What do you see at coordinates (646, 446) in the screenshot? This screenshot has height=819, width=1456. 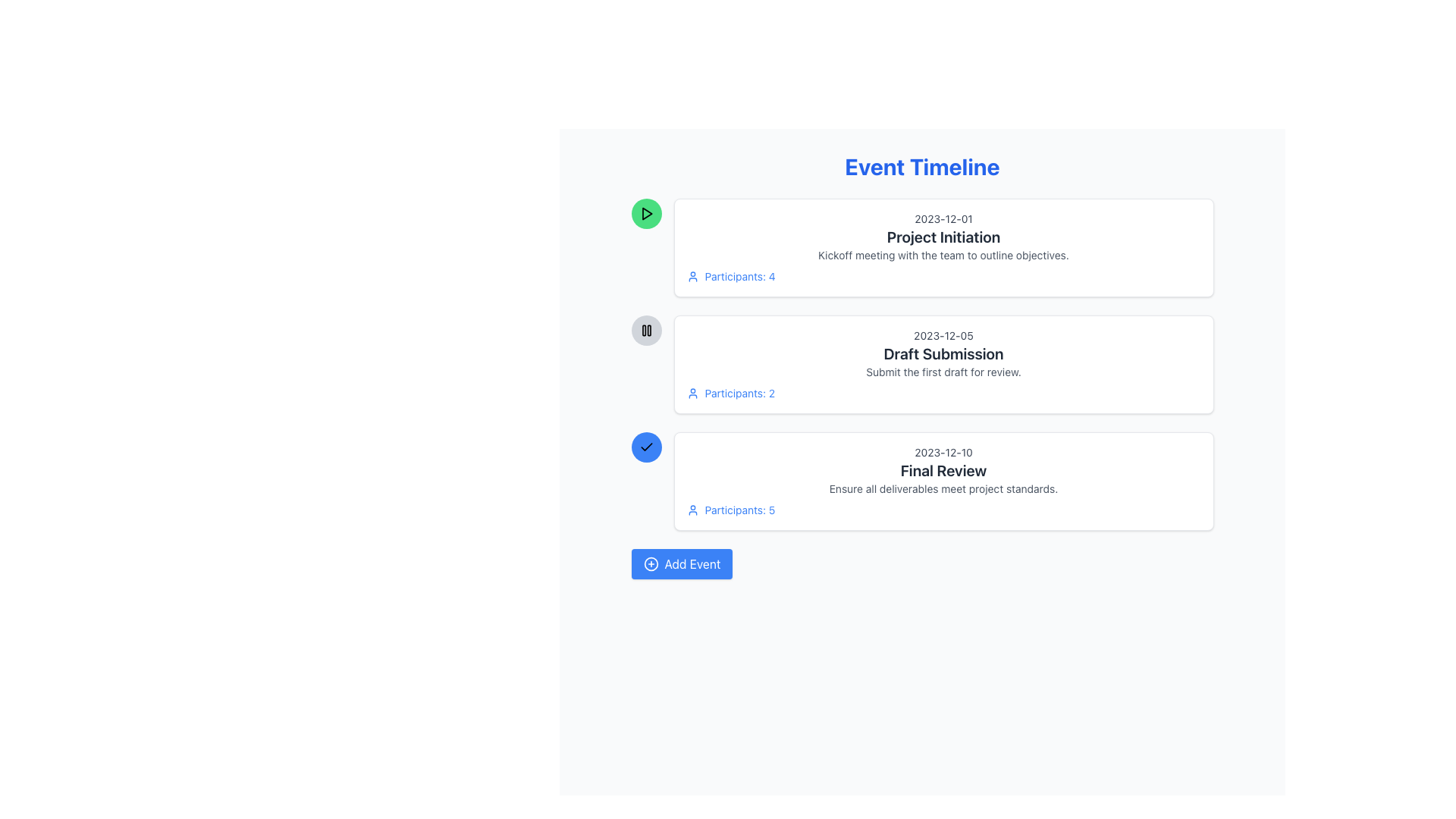 I see `the small checkmark icon enclosed within a circular blue background located beside the 'Final Review' card in the Event Timeline interface` at bounding box center [646, 446].